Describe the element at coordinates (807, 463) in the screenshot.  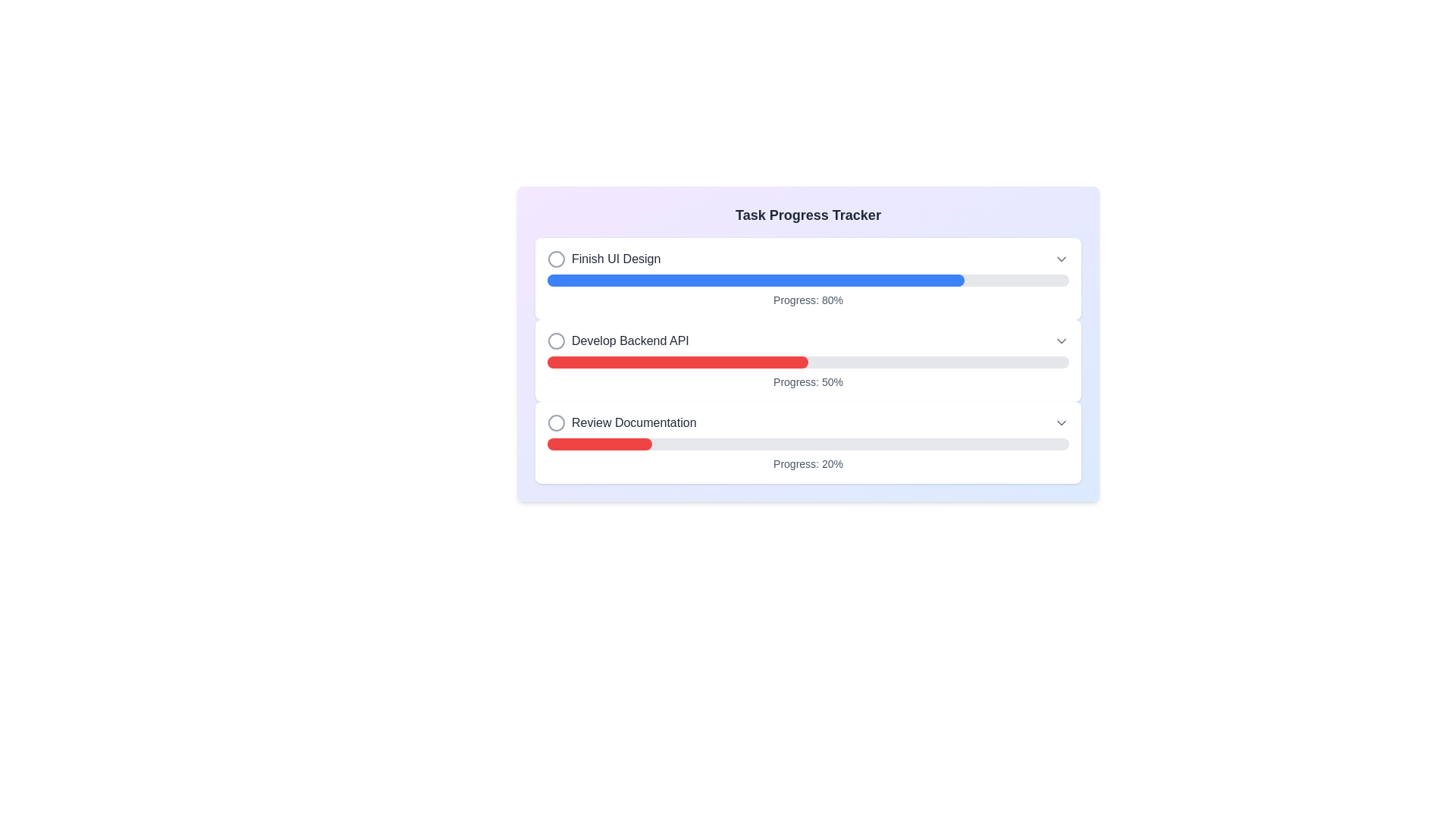
I see `information displayed in the Text Display for the task labeled 'Review Documentation', which shows the percentage of task completion` at that location.